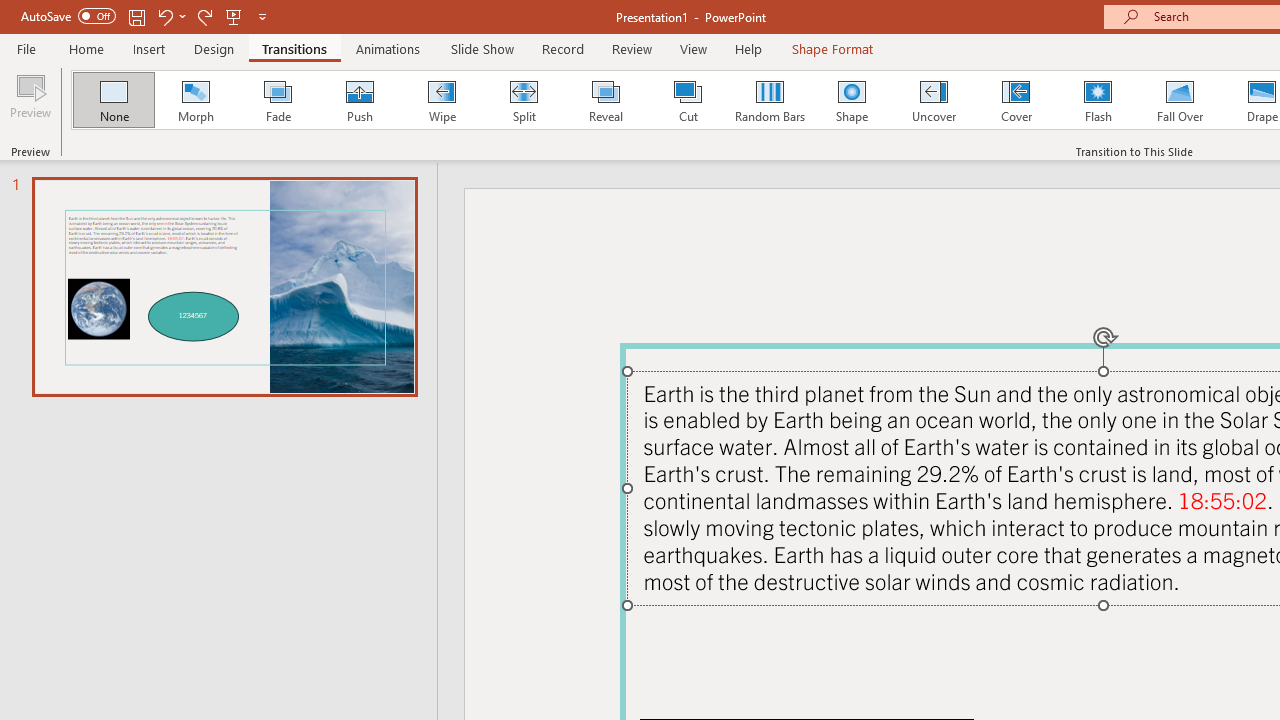 The width and height of the screenshot is (1280, 720). What do you see at coordinates (195, 100) in the screenshot?
I see `'Morph'` at bounding box center [195, 100].